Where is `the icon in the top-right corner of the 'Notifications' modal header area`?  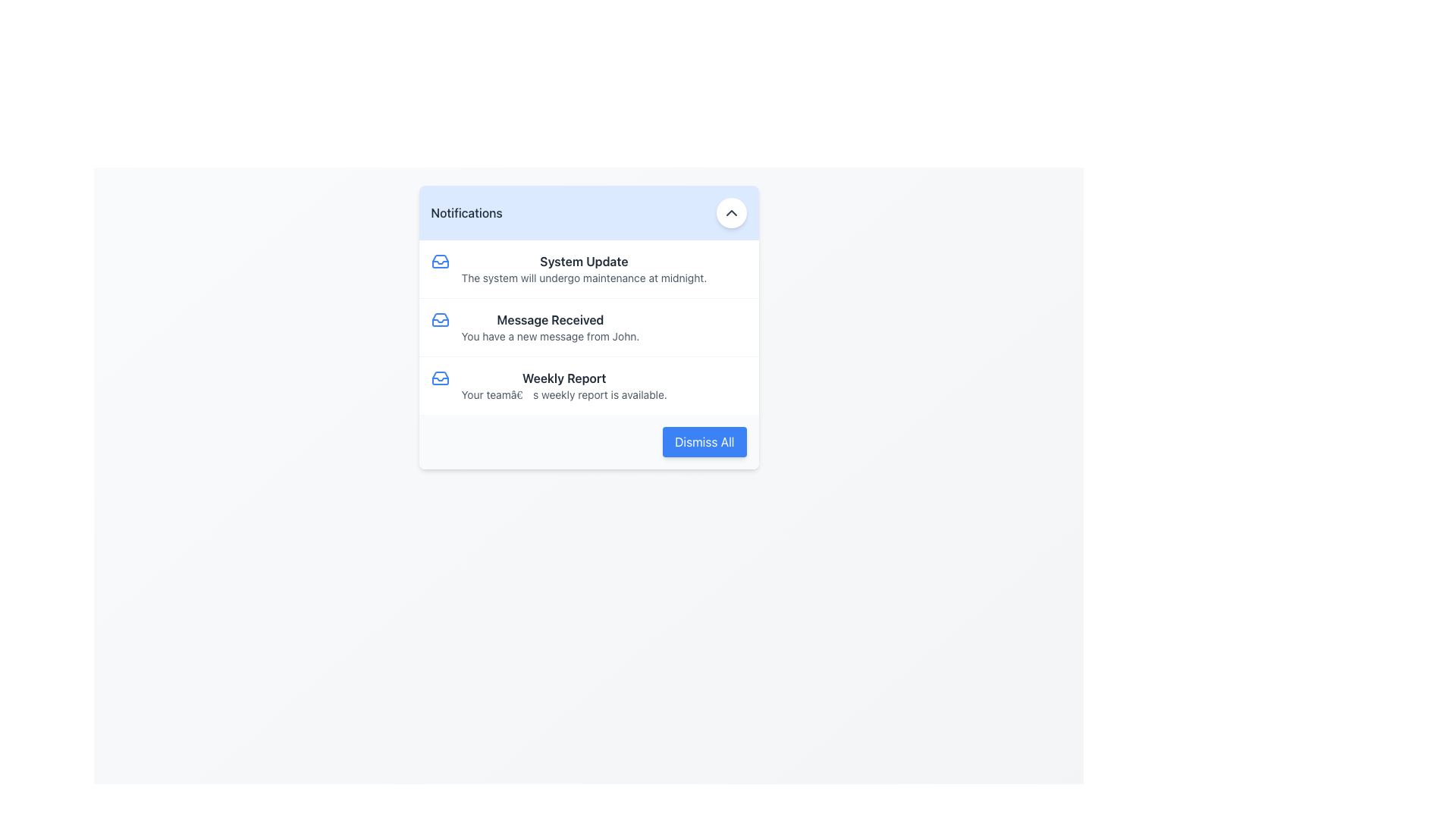
the icon in the top-right corner of the 'Notifications' modal header area is located at coordinates (731, 213).